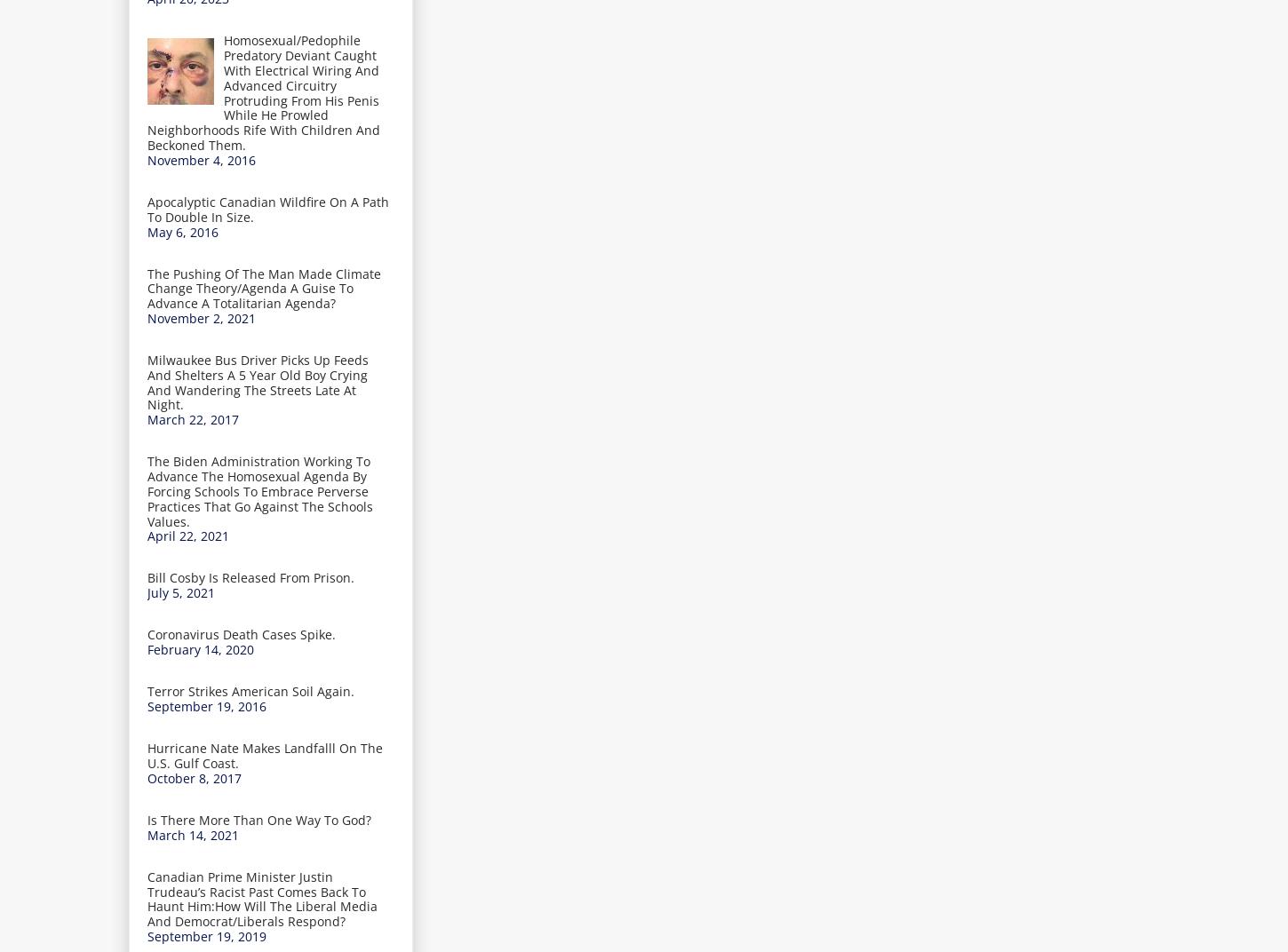  I want to click on 'March 14, 2021', so click(192, 833).